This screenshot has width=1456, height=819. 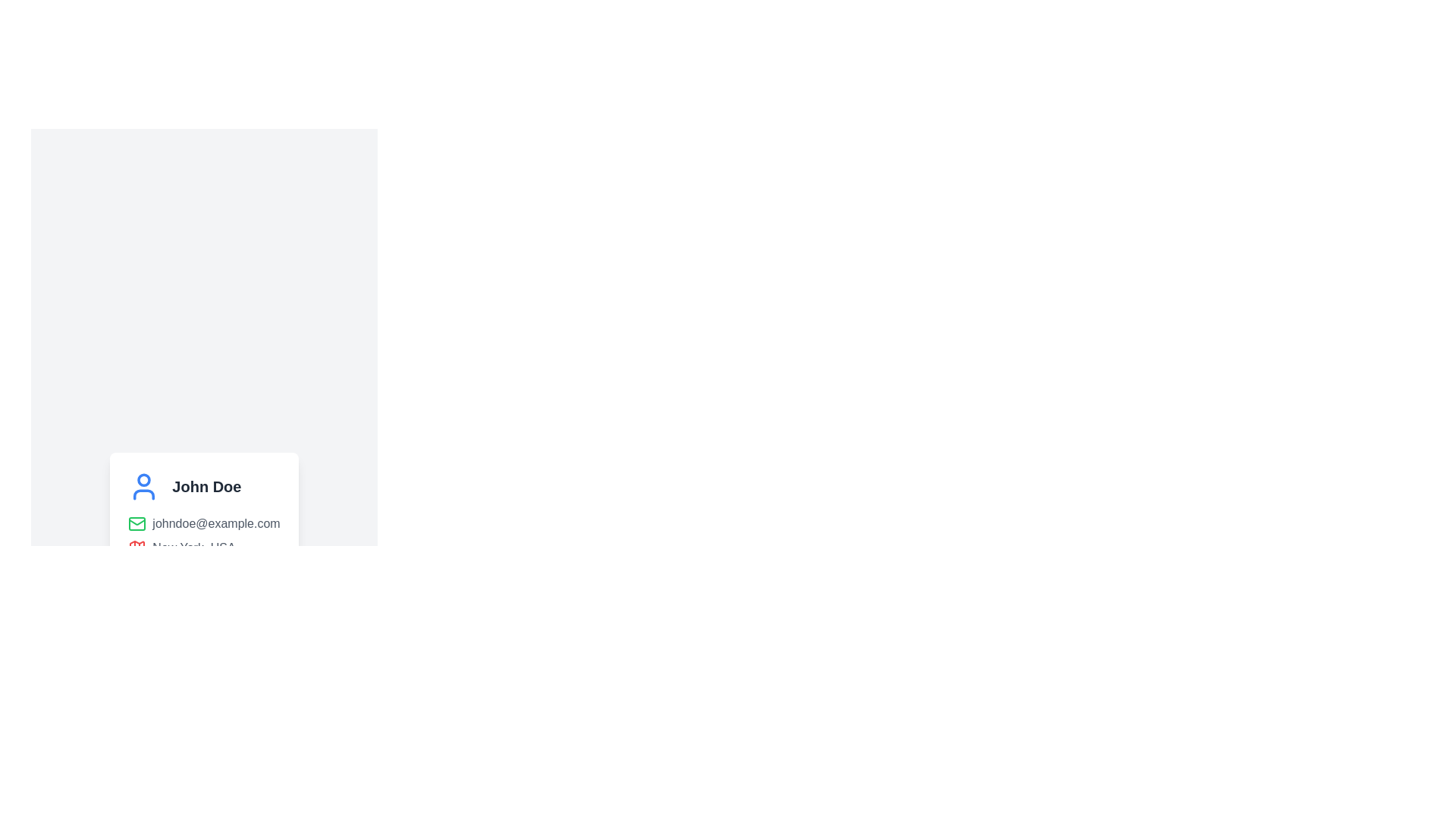 I want to click on the user profile card that displays user information including name, email address, and location, which is centrally located within the interface, so click(x=203, y=537).